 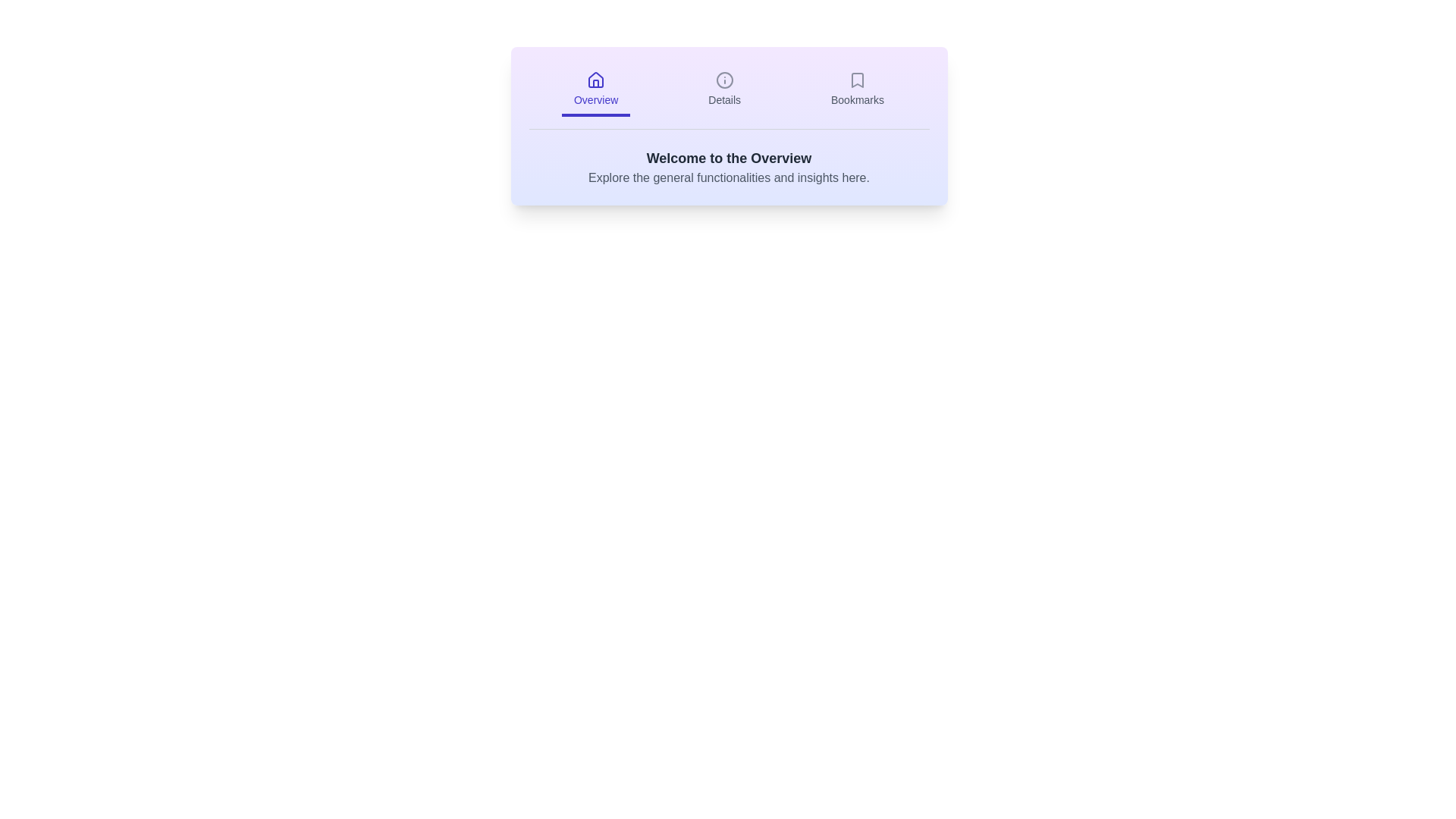 What do you see at coordinates (723, 90) in the screenshot?
I see `the 'Details' button, which is the middle button in a group of three, styled in gray with an information icon above the text` at bounding box center [723, 90].